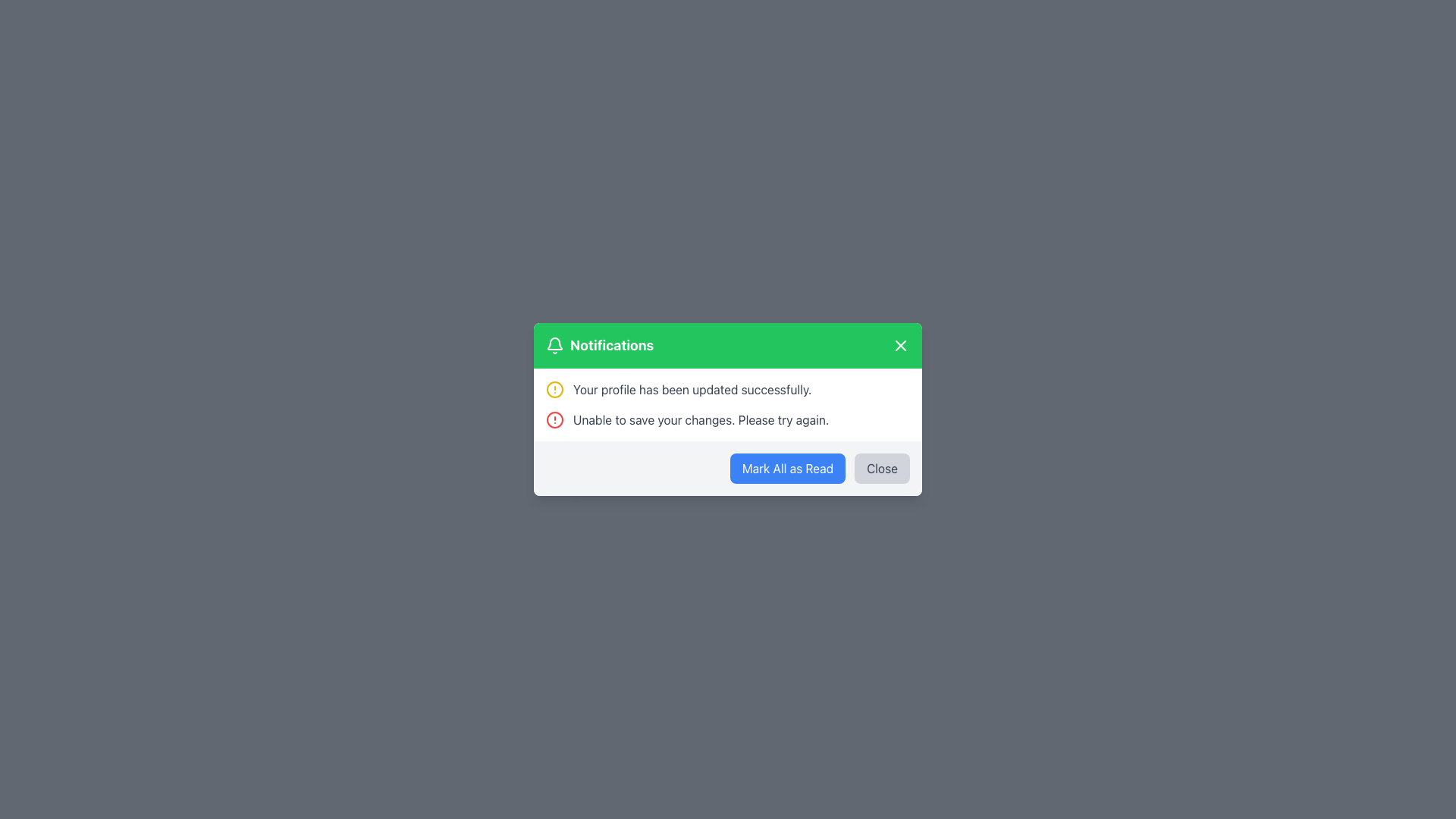 The image size is (1456, 819). Describe the element at coordinates (901, 345) in the screenshot. I see `the close button (icon-based) located in the top-right corner of the green header bar` at that location.